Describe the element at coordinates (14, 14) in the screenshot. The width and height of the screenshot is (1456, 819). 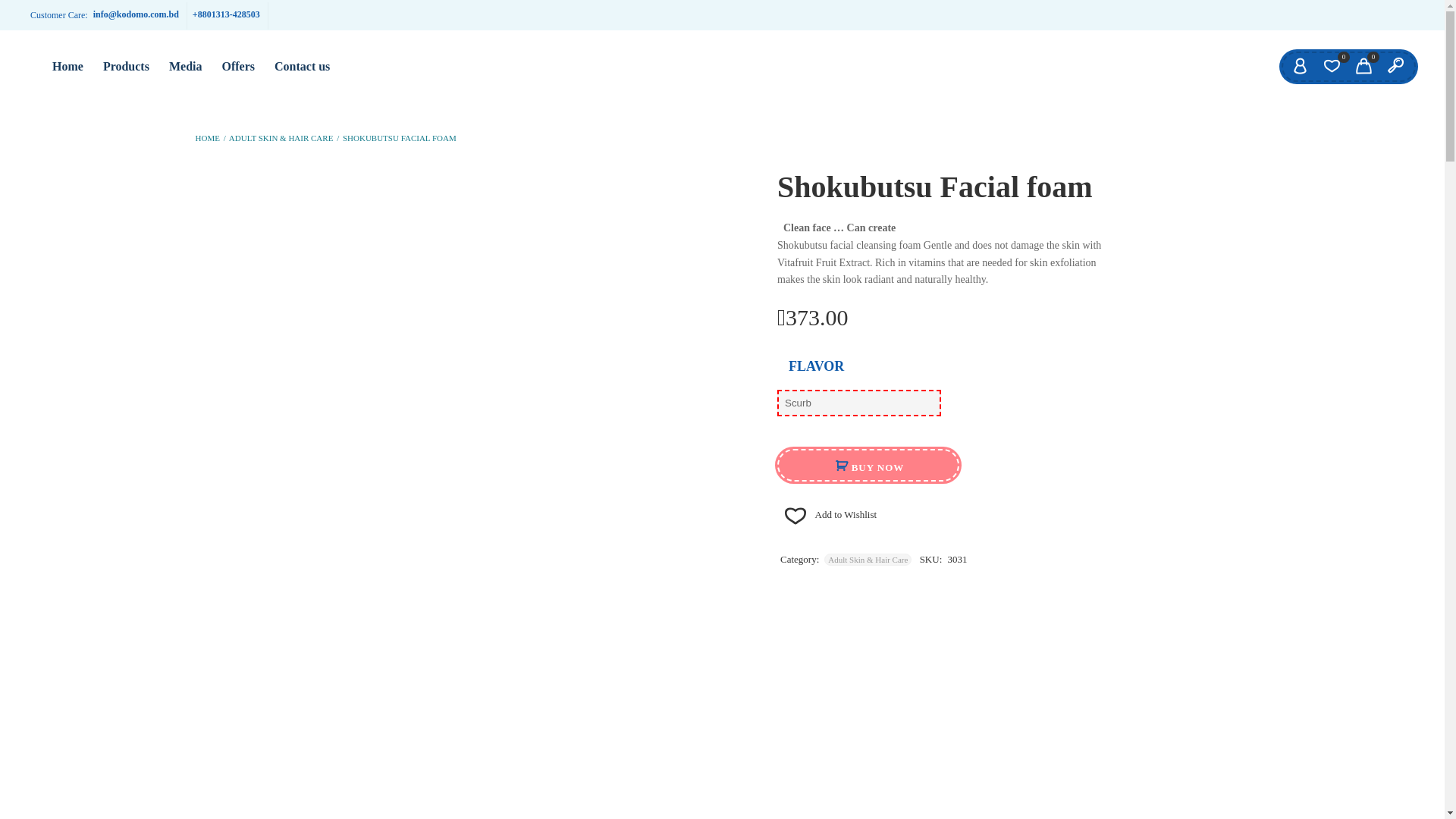
I see `'Search Products'` at that location.